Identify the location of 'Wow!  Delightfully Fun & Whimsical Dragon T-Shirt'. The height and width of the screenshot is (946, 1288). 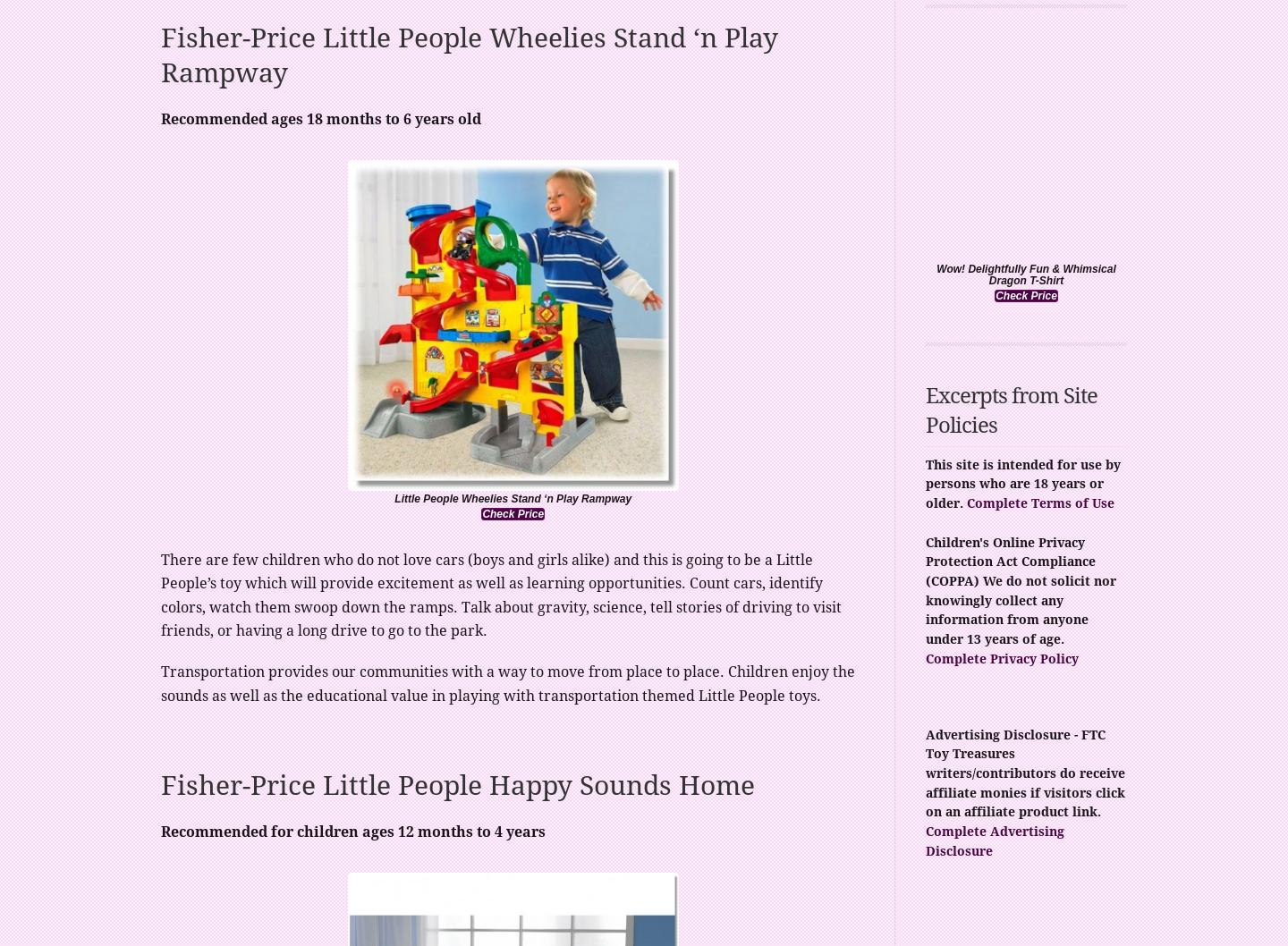
(1025, 274).